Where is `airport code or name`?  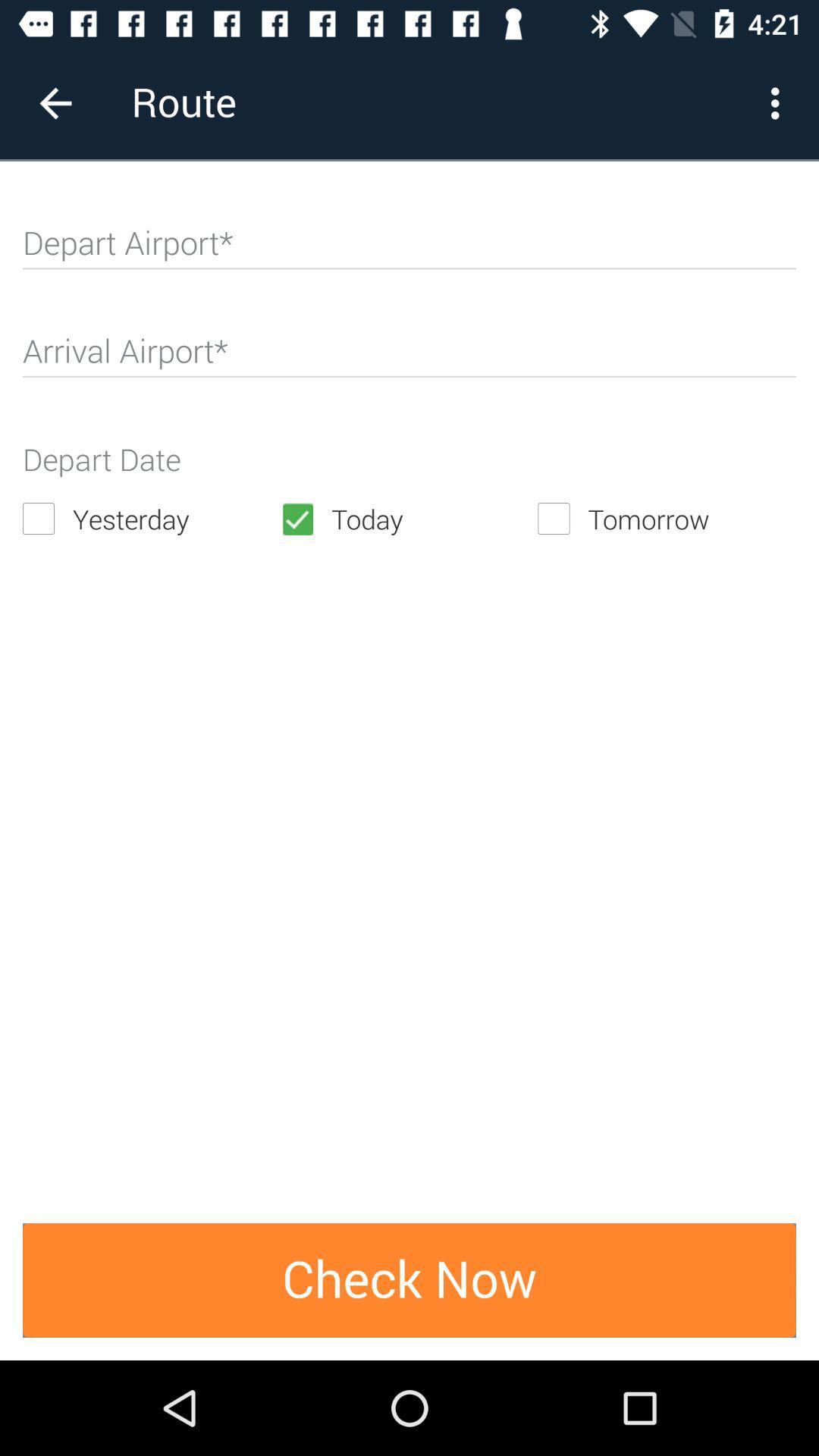
airport code or name is located at coordinates (409, 249).